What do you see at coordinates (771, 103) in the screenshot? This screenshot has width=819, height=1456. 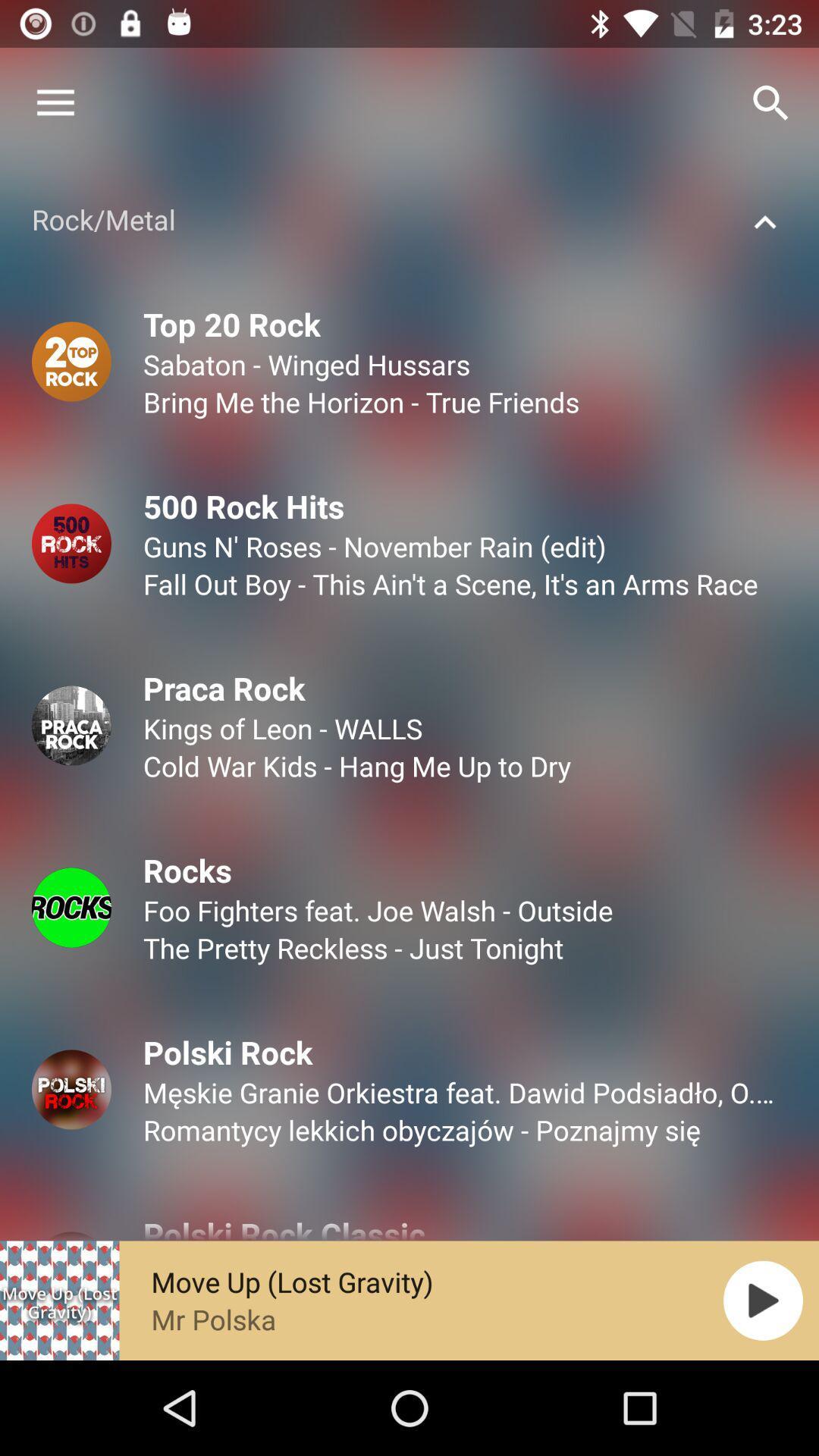 I see `search button` at bounding box center [771, 103].